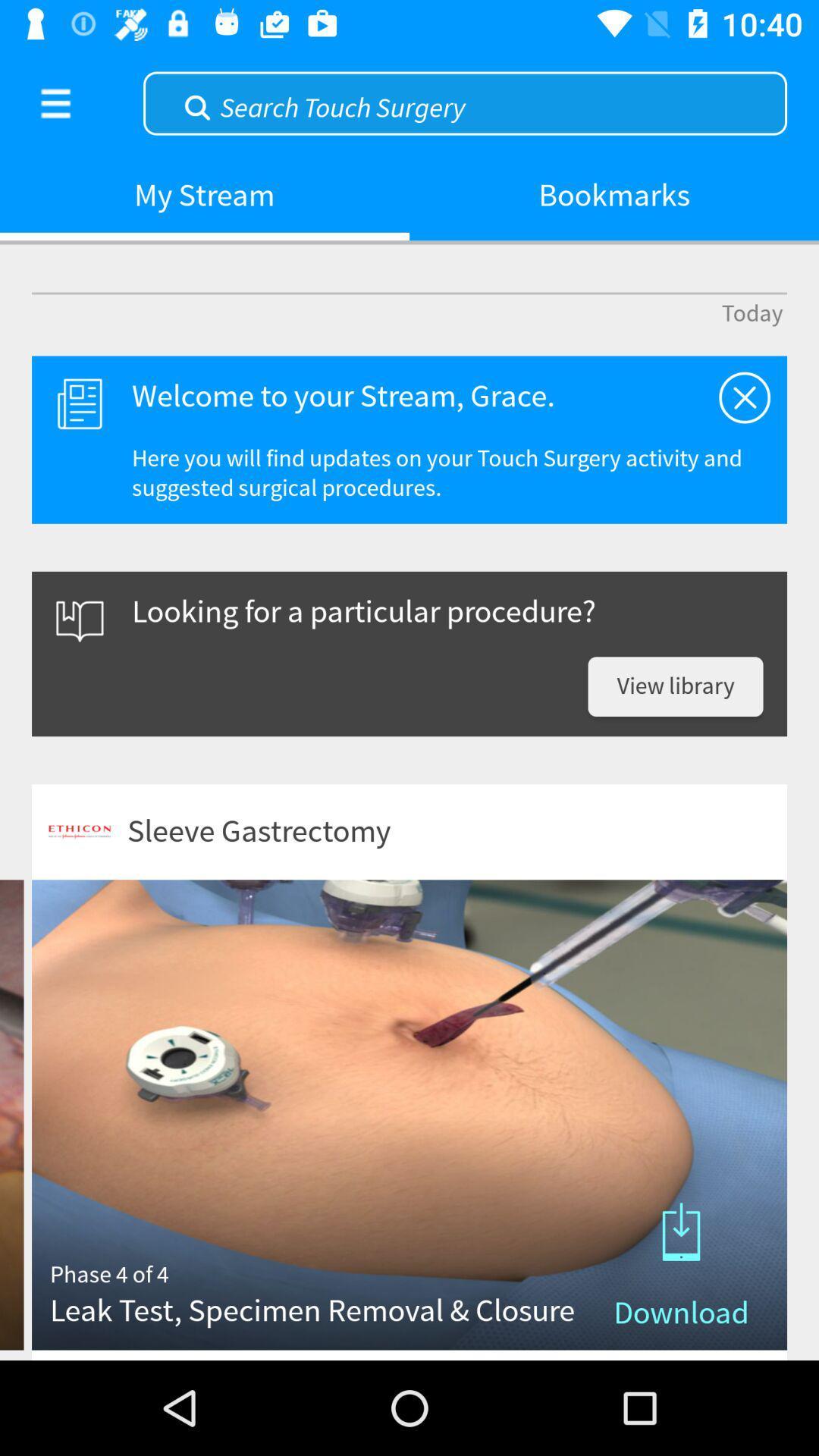 The image size is (819, 1456). What do you see at coordinates (464, 101) in the screenshot?
I see `the item above the my stream icon` at bounding box center [464, 101].